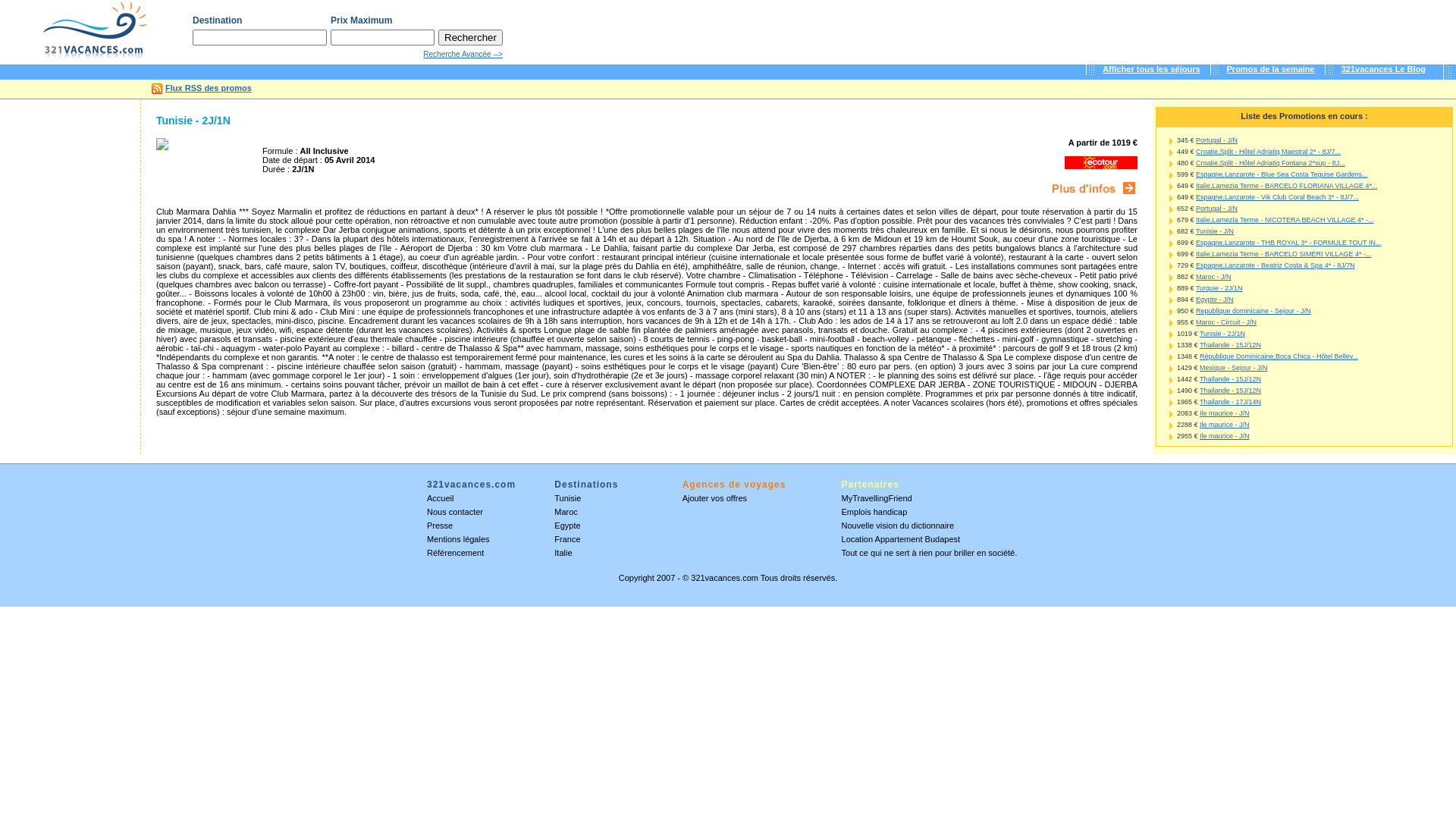  What do you see at coordinates (1195, 242) in the screenshot?
I see `'Espagne,Lanzarote - THB ROYAL 3* - FORMULE TOUT IN...'` at bounding box center [1195, 242].